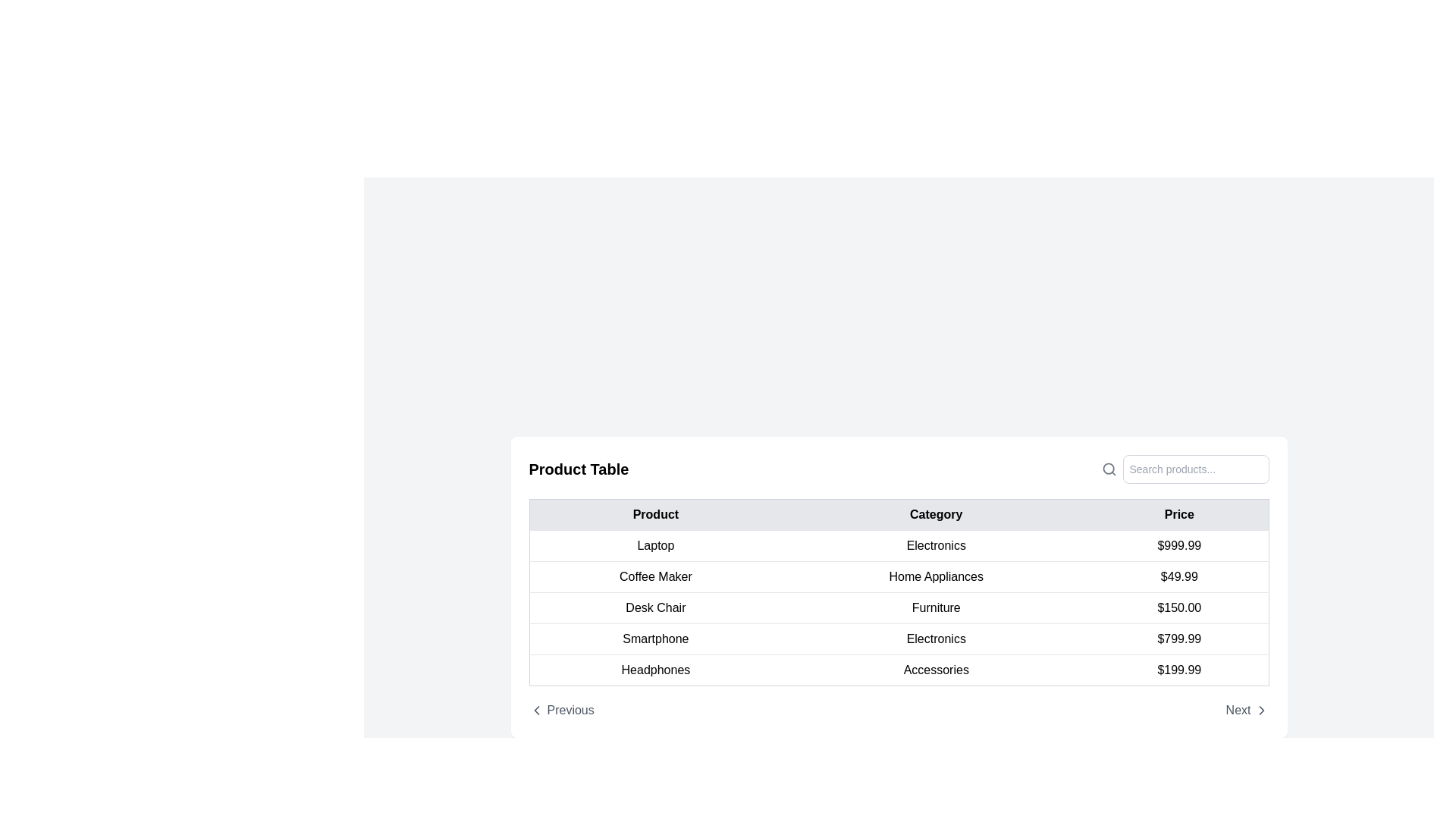 The width and height of the screenshot is (1456, 819). I want to click on the text label displaying '$150.00' in the third row of the table under the 'Price' column, so click(1178, 607).